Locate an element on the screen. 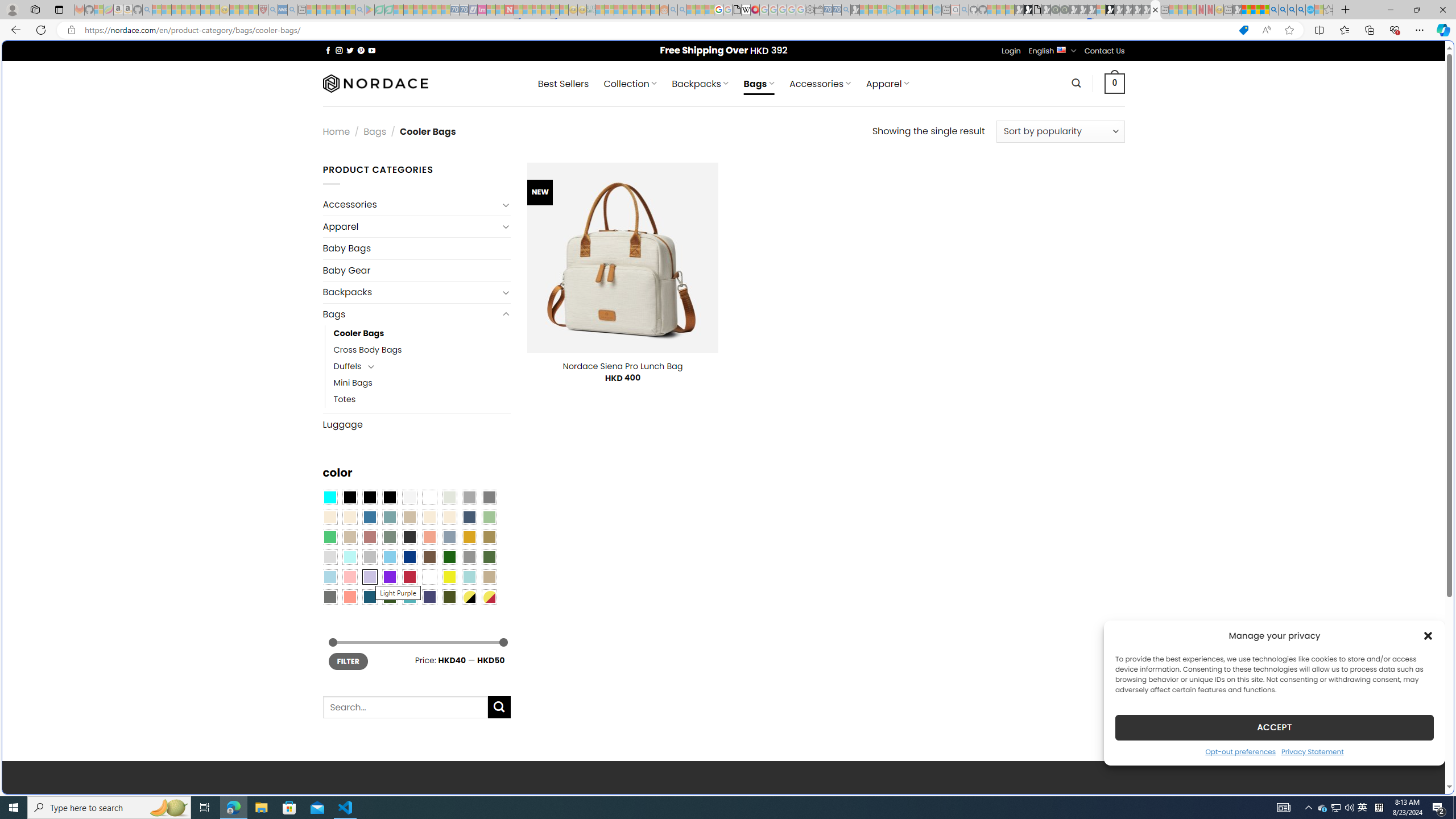 This screenshot has height=819, width=1456. 'Mini Bags' is located at coordinates (352, 383).